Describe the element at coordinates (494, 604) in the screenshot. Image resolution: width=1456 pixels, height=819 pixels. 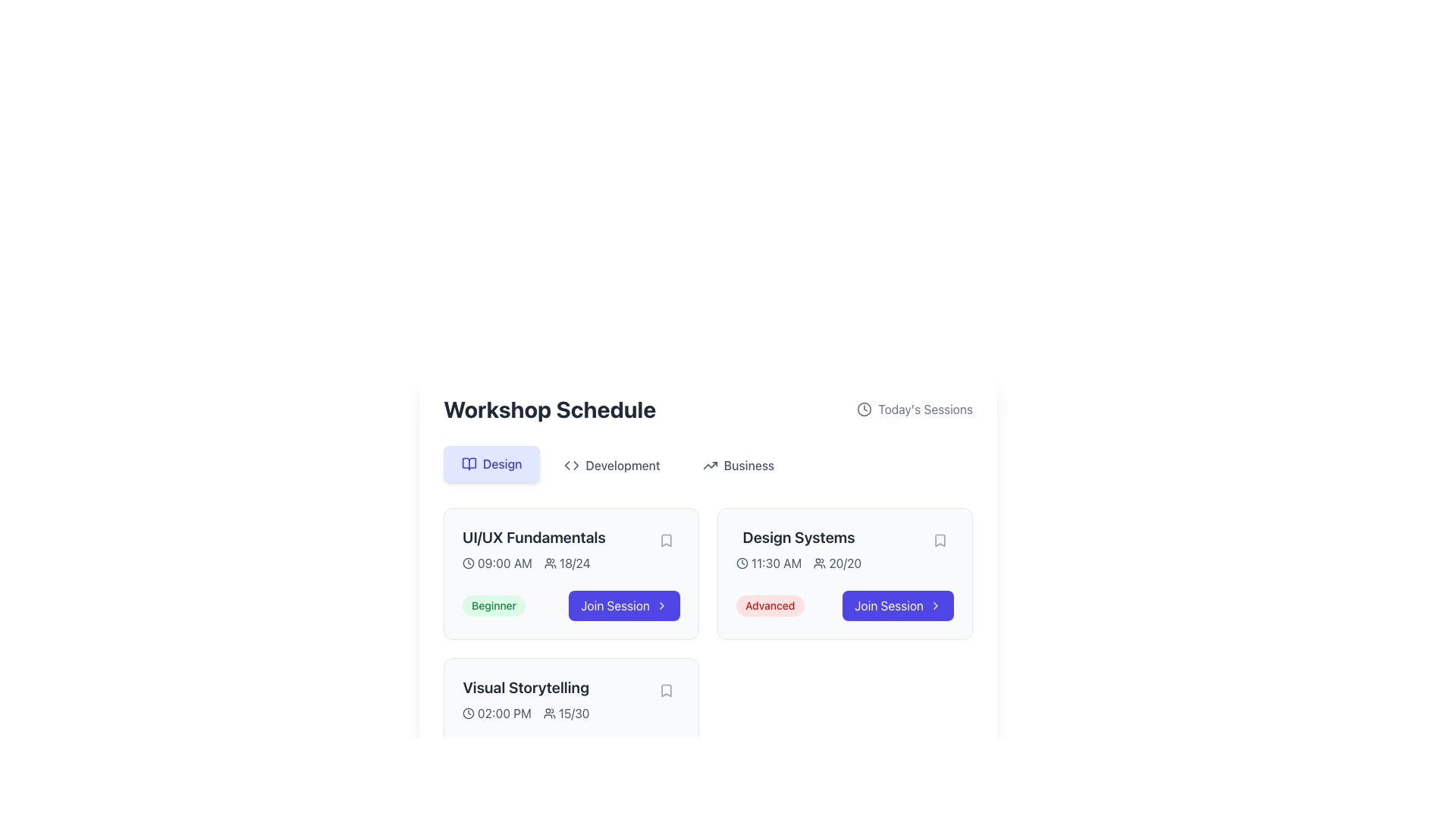
I see `the label with the text 'Beginner', which has a light green background and green font, located in the bottom-left area of the card under 'UI/UX Fundamentals'` at that location.